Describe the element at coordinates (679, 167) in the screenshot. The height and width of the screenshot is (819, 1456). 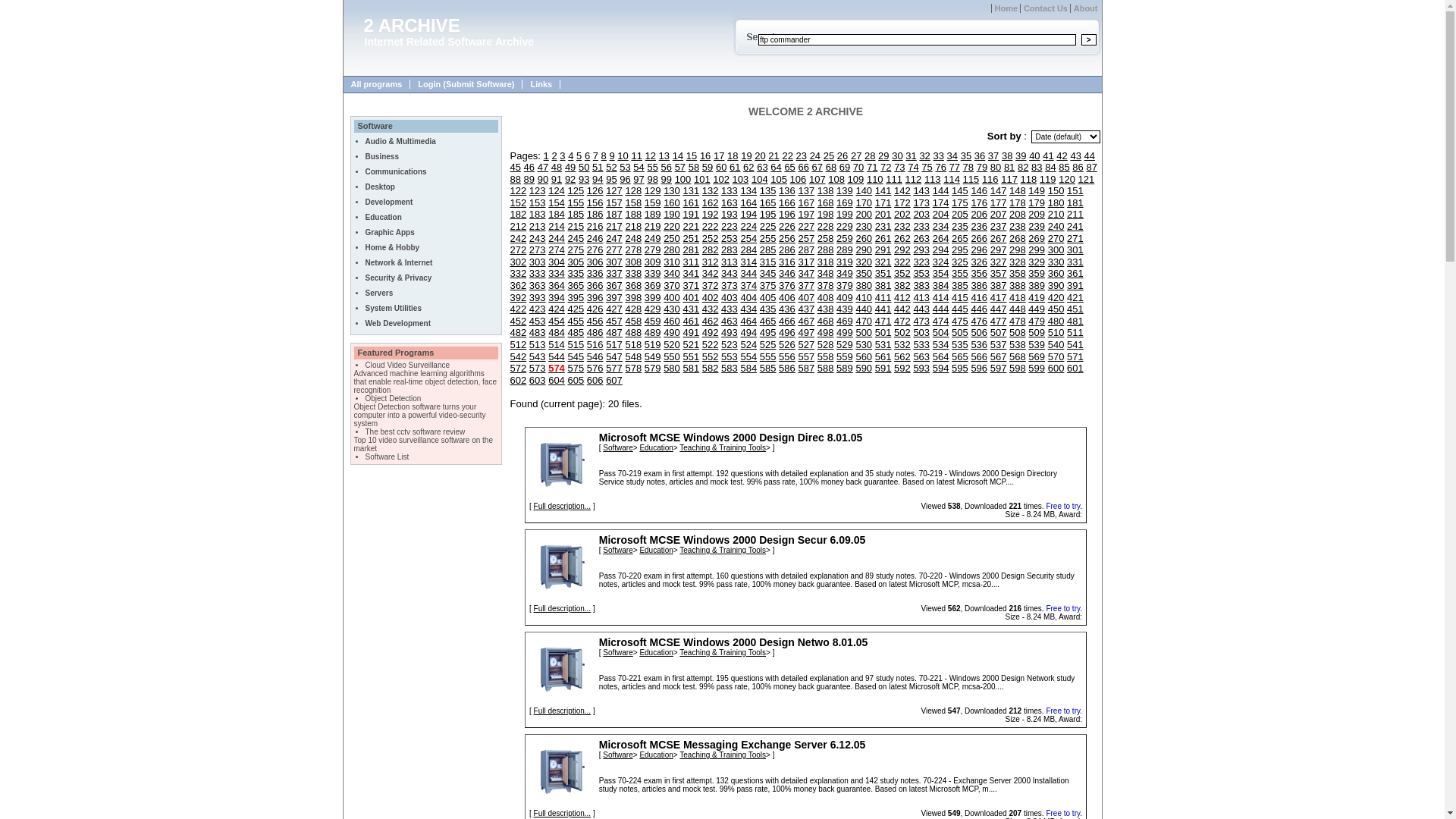
I see `'57'` at that location.